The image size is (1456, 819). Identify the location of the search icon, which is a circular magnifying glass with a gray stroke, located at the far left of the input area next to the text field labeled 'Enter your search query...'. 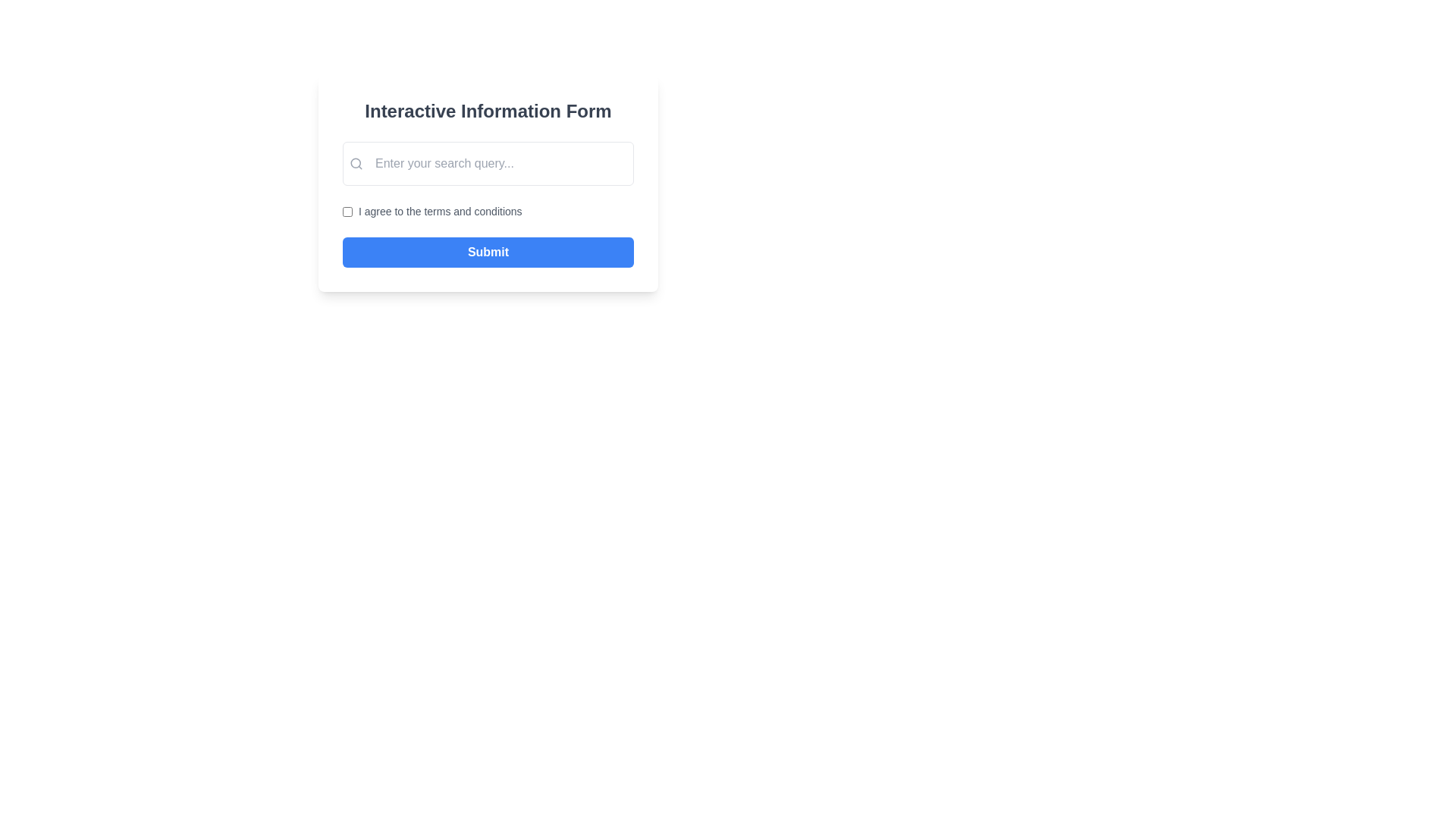
(356, 164).